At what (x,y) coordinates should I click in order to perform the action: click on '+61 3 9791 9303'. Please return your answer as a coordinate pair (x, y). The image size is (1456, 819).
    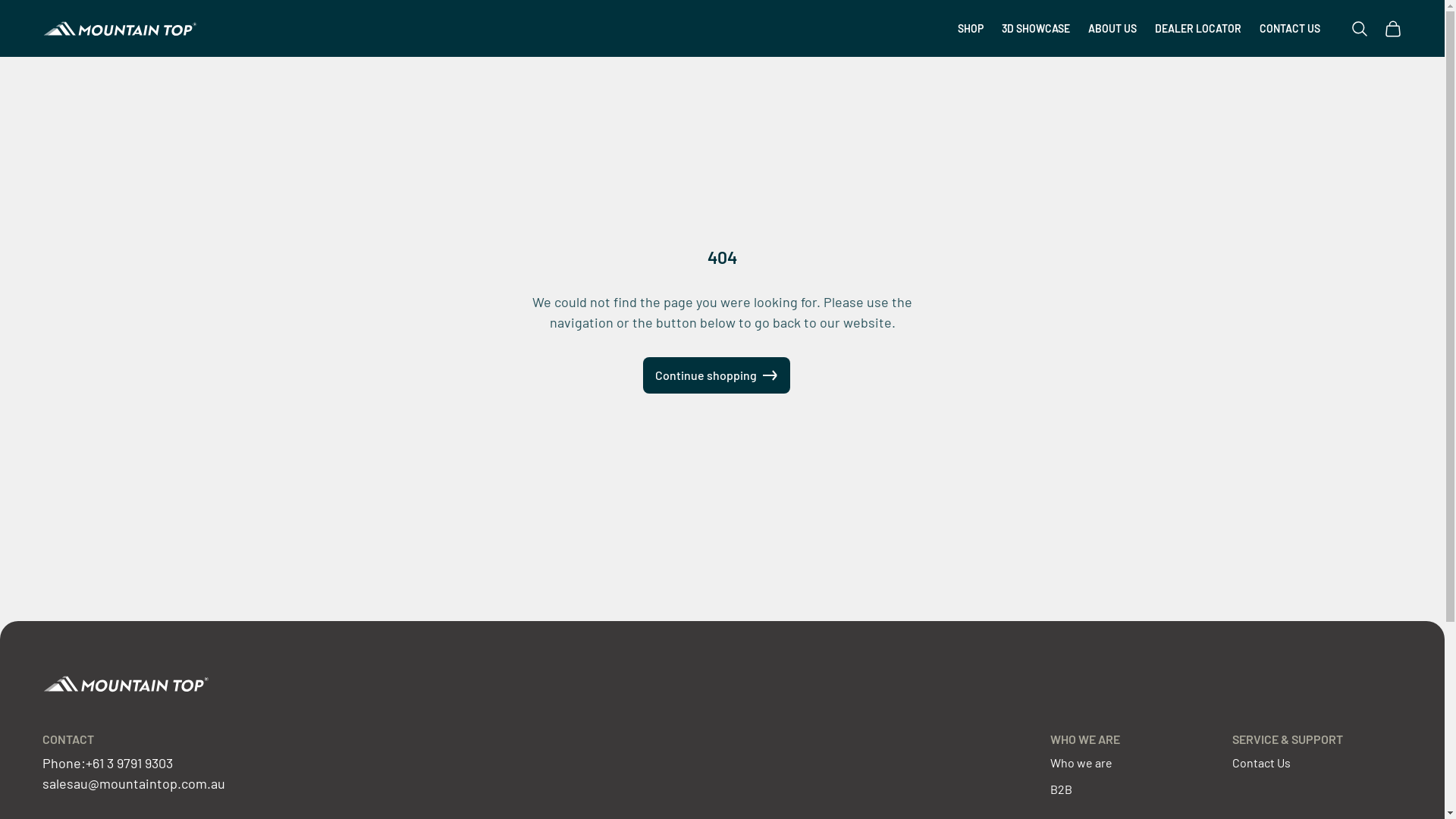
    Looking at the image, I should click on (85, 763).